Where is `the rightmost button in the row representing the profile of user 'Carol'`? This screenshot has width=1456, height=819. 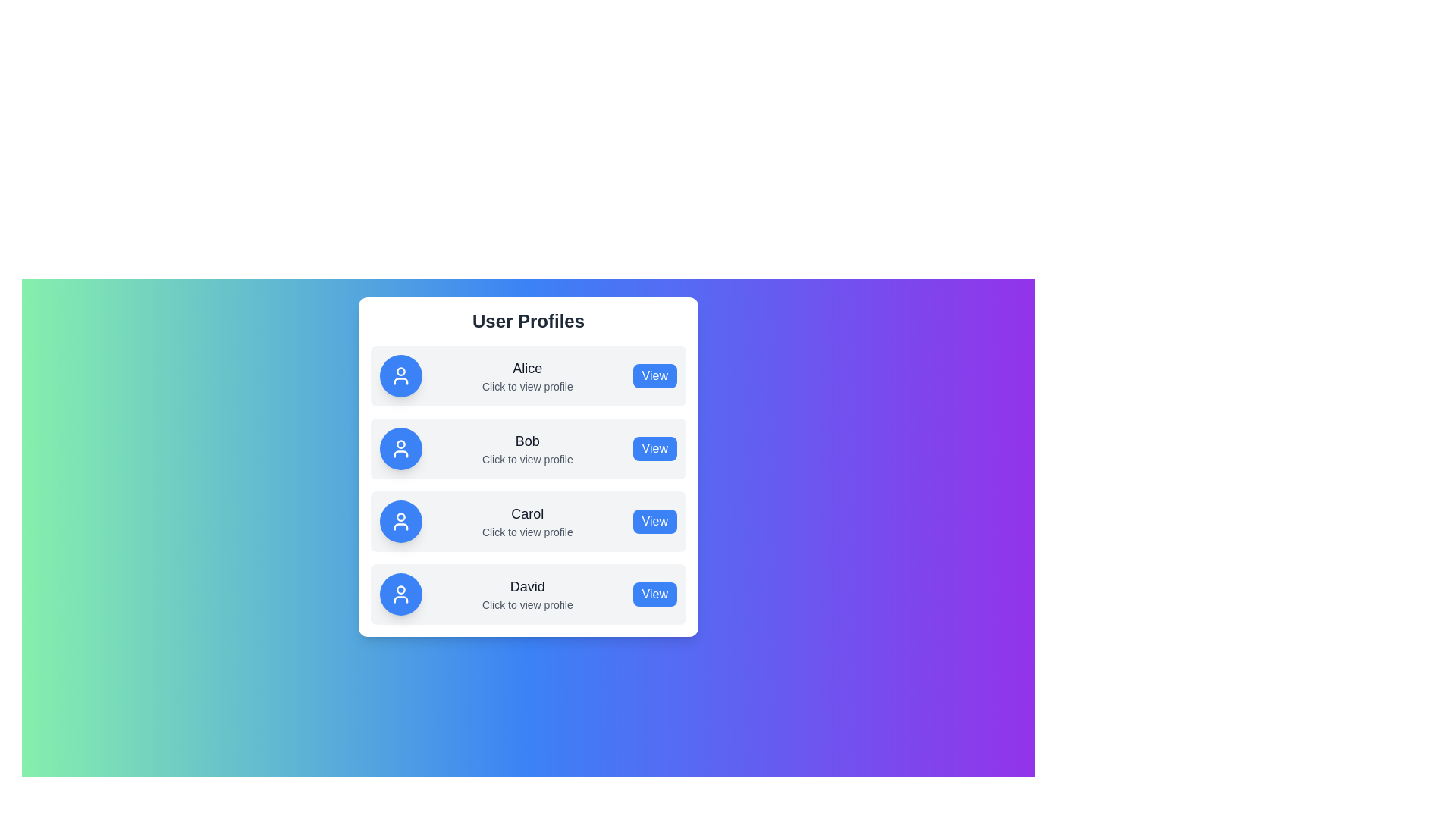 the rightmost button in the row representing the profile of user 'Carol' is located at coordinates (654, 520).